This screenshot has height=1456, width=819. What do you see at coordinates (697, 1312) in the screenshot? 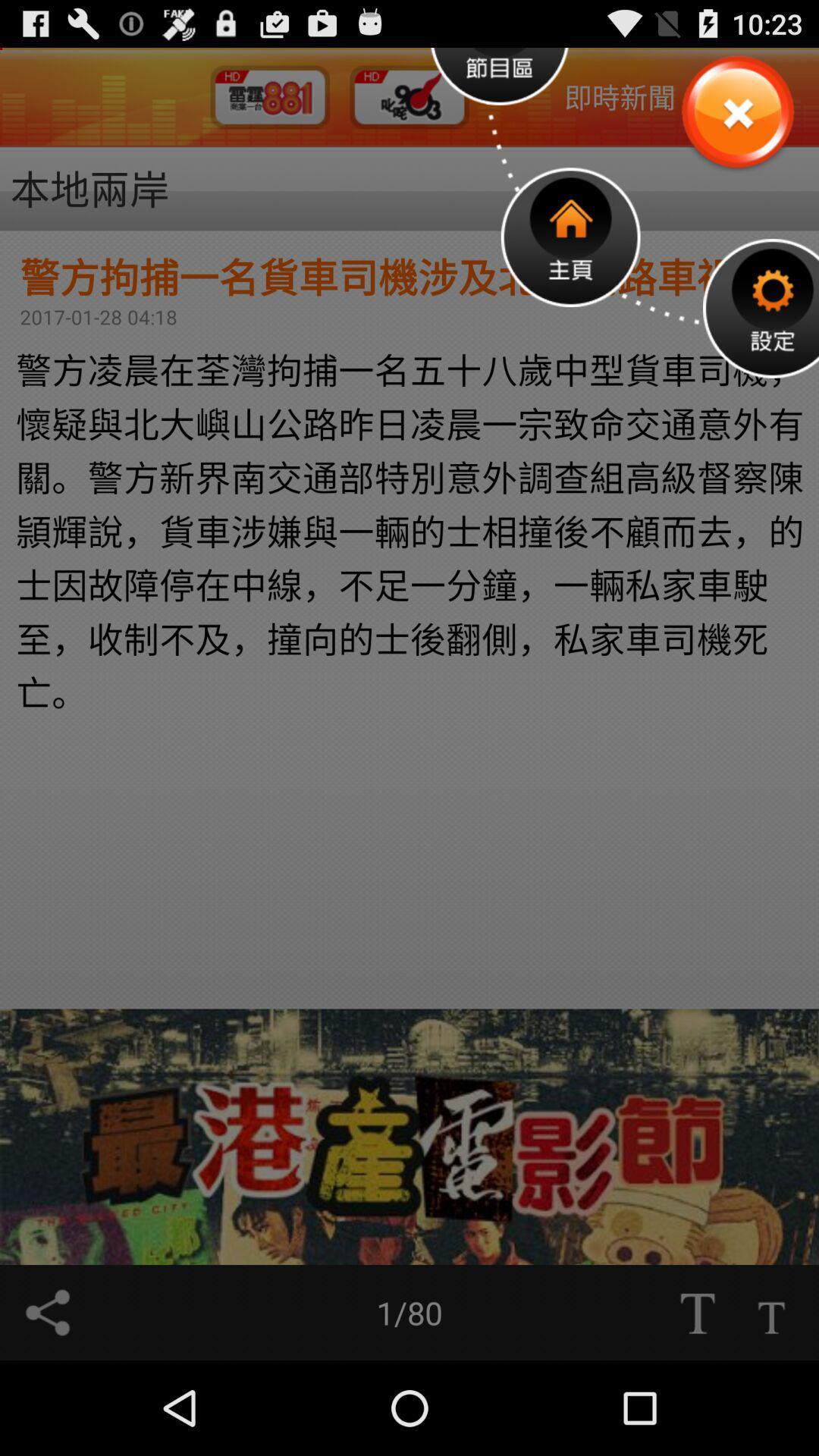
I see `choose bigger font size` at bounding box center [697, 1312].